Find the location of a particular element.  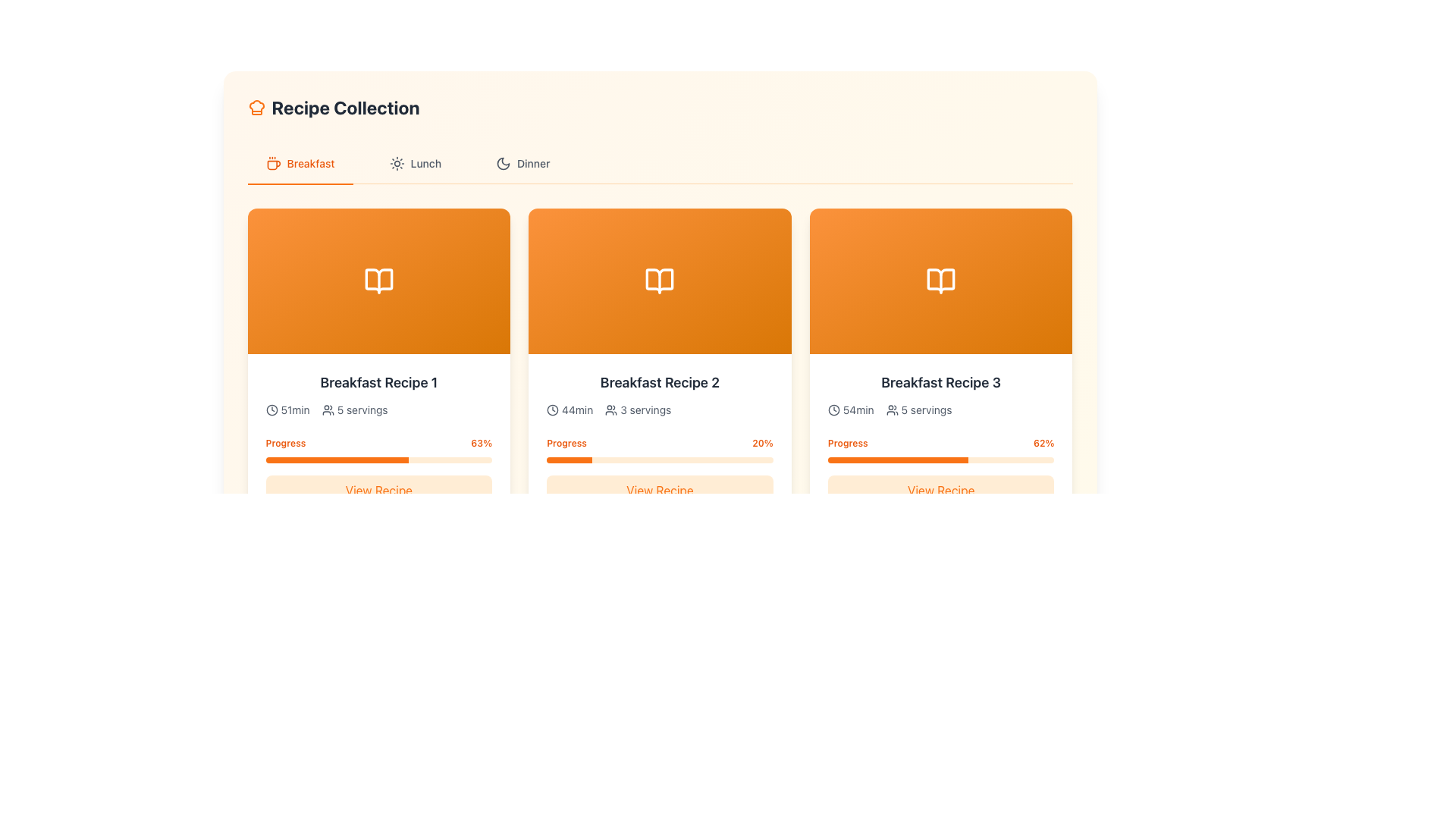

the moon-shaped icon associated with the 'Dinner' label in the horizontal tab menu at the top of the interface is located at coordinates (503, 164).